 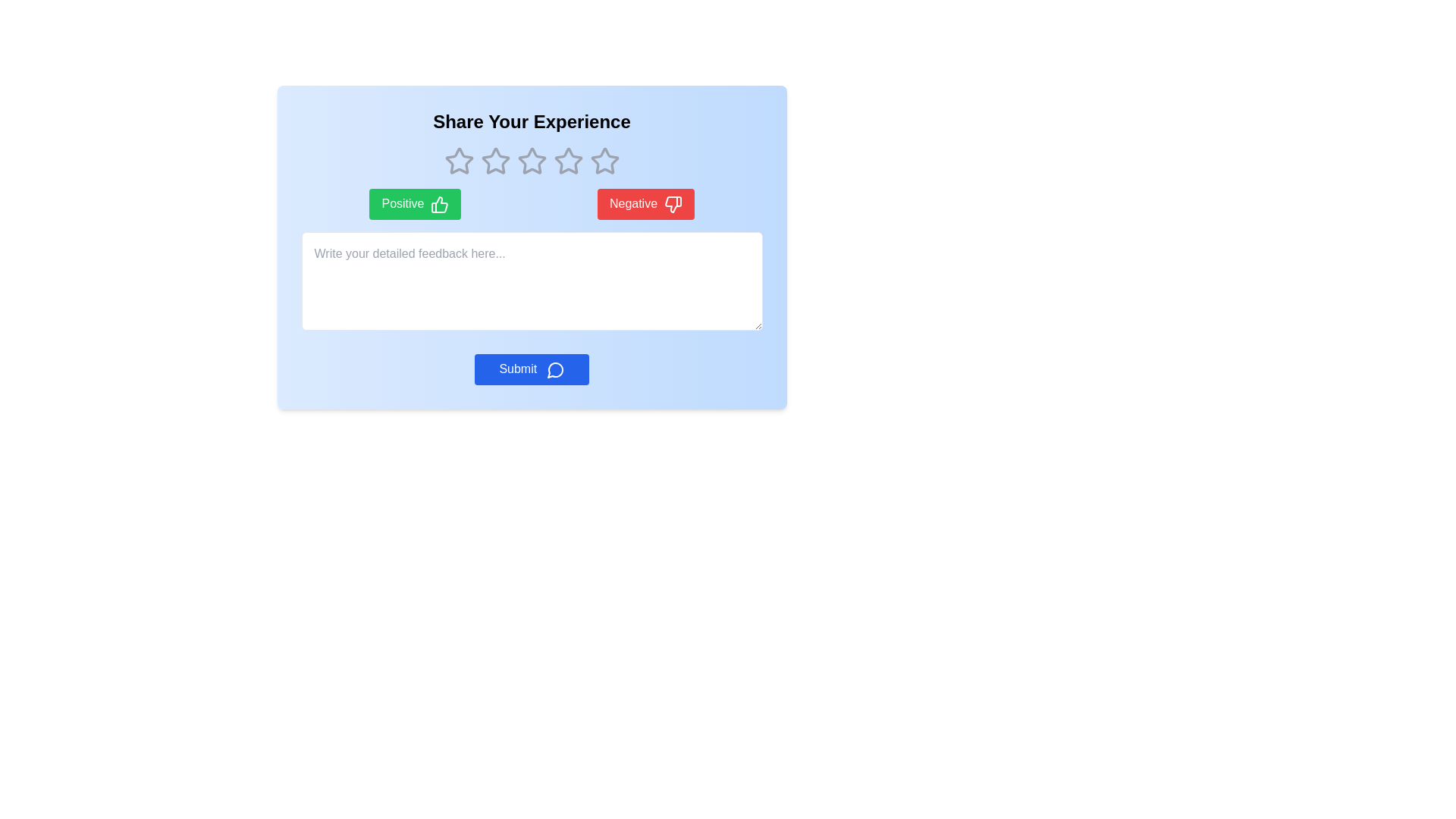 I want to click on the 'Submit' button with a bright blue background and white text, so click(x=532, y=369).